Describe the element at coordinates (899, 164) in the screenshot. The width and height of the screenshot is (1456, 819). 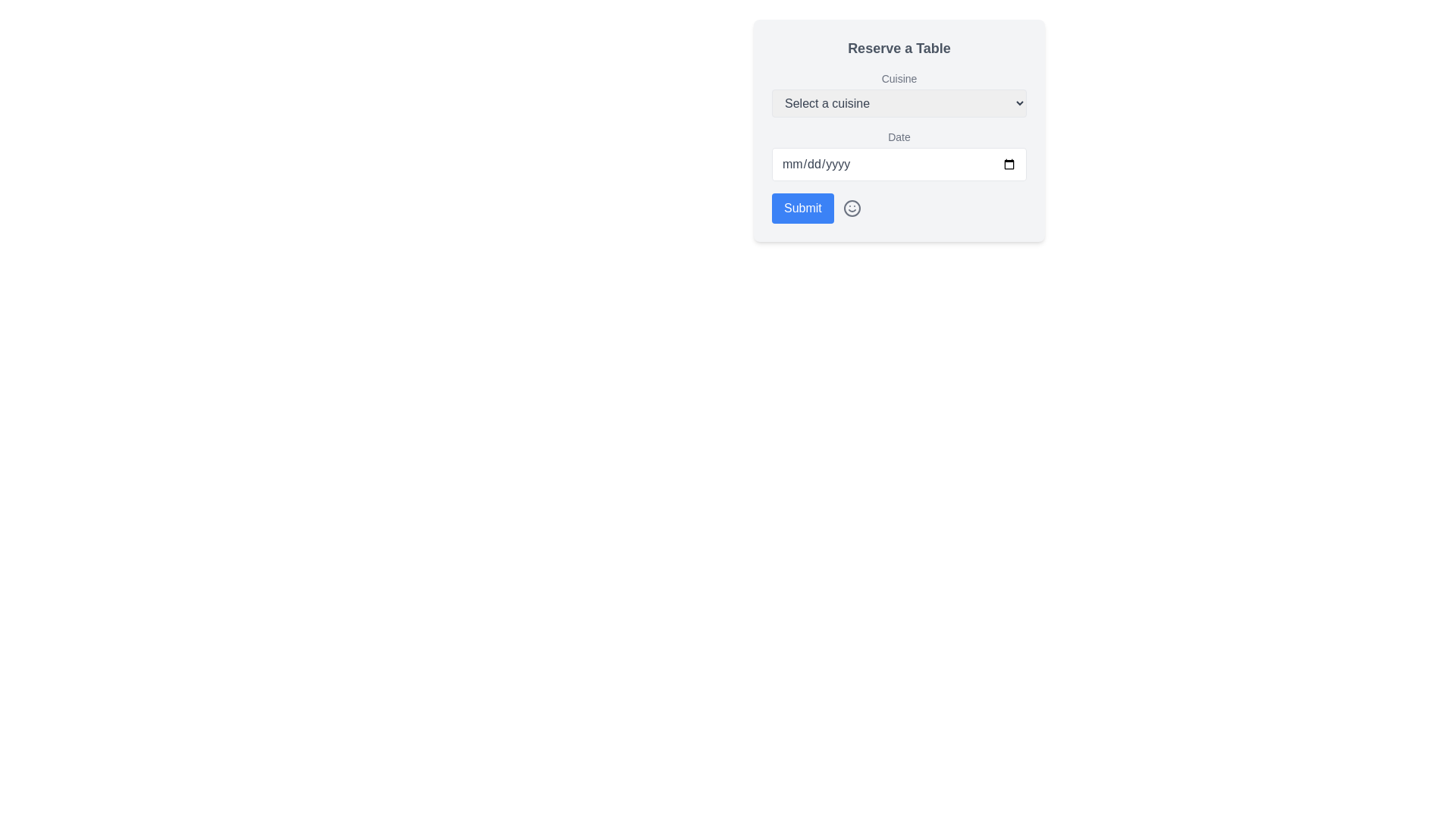
I see `the Date input field located beneath the 'Date' label in the 'Reserve a Table' form using the keyboard` at that location.